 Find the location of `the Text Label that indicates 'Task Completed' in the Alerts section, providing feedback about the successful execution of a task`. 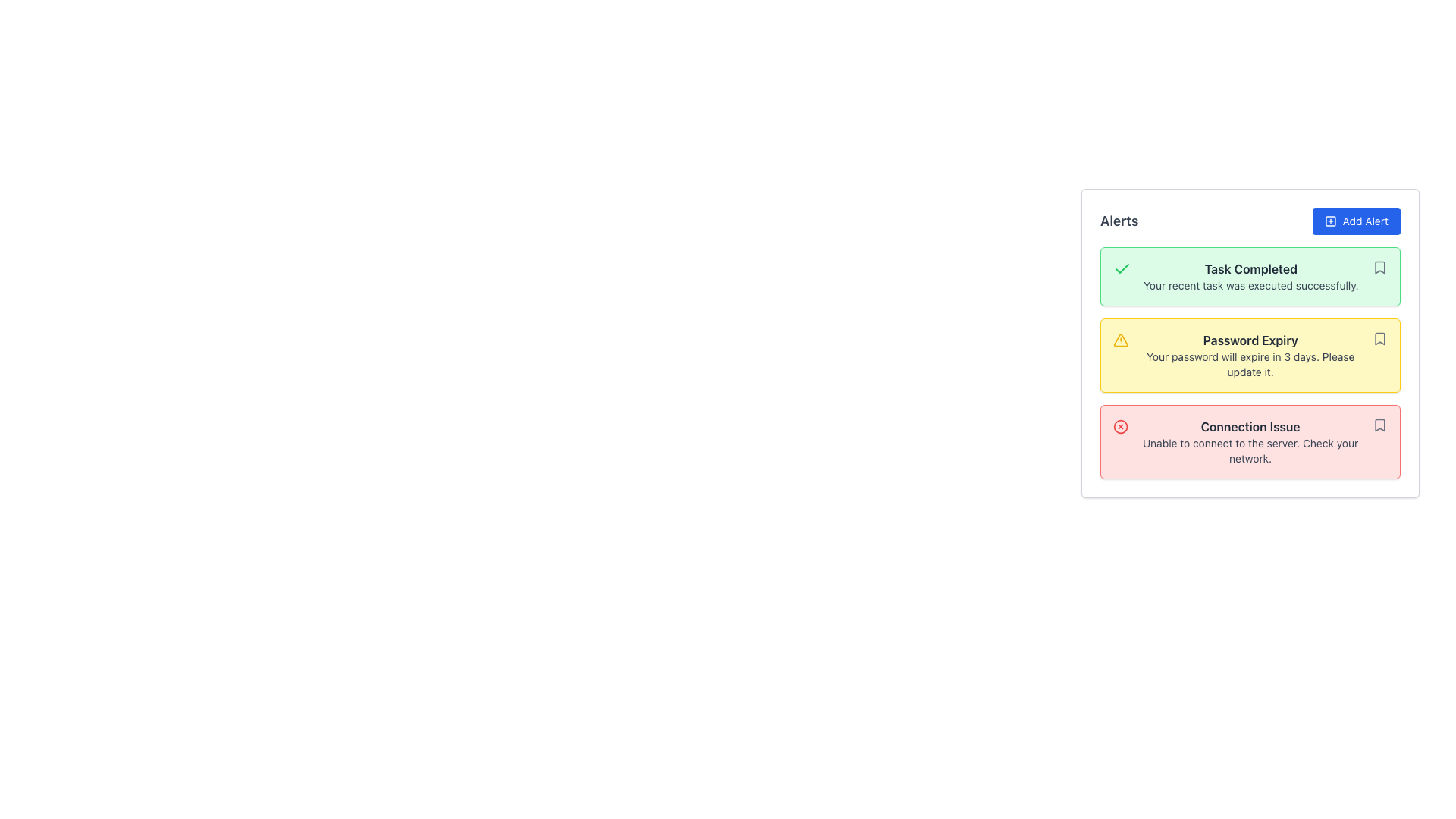

the Text Label that indicates 'Task Completed' in the Alerts section, providing feedback about the successful execution of a task is located at coordinates (1250, 268).